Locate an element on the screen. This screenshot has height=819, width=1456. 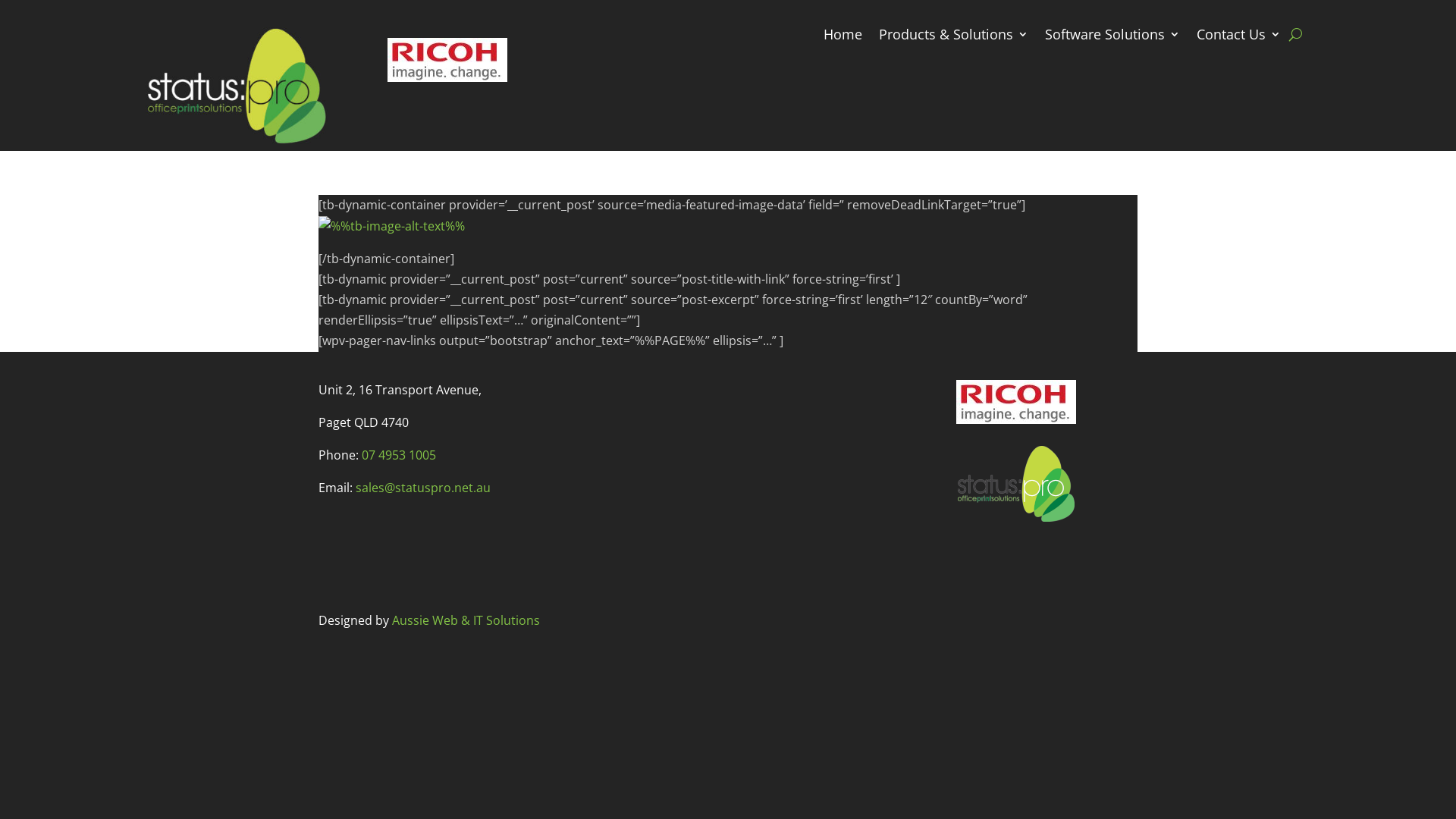
'Software Solutions' is located at coordinates (1112, 36).